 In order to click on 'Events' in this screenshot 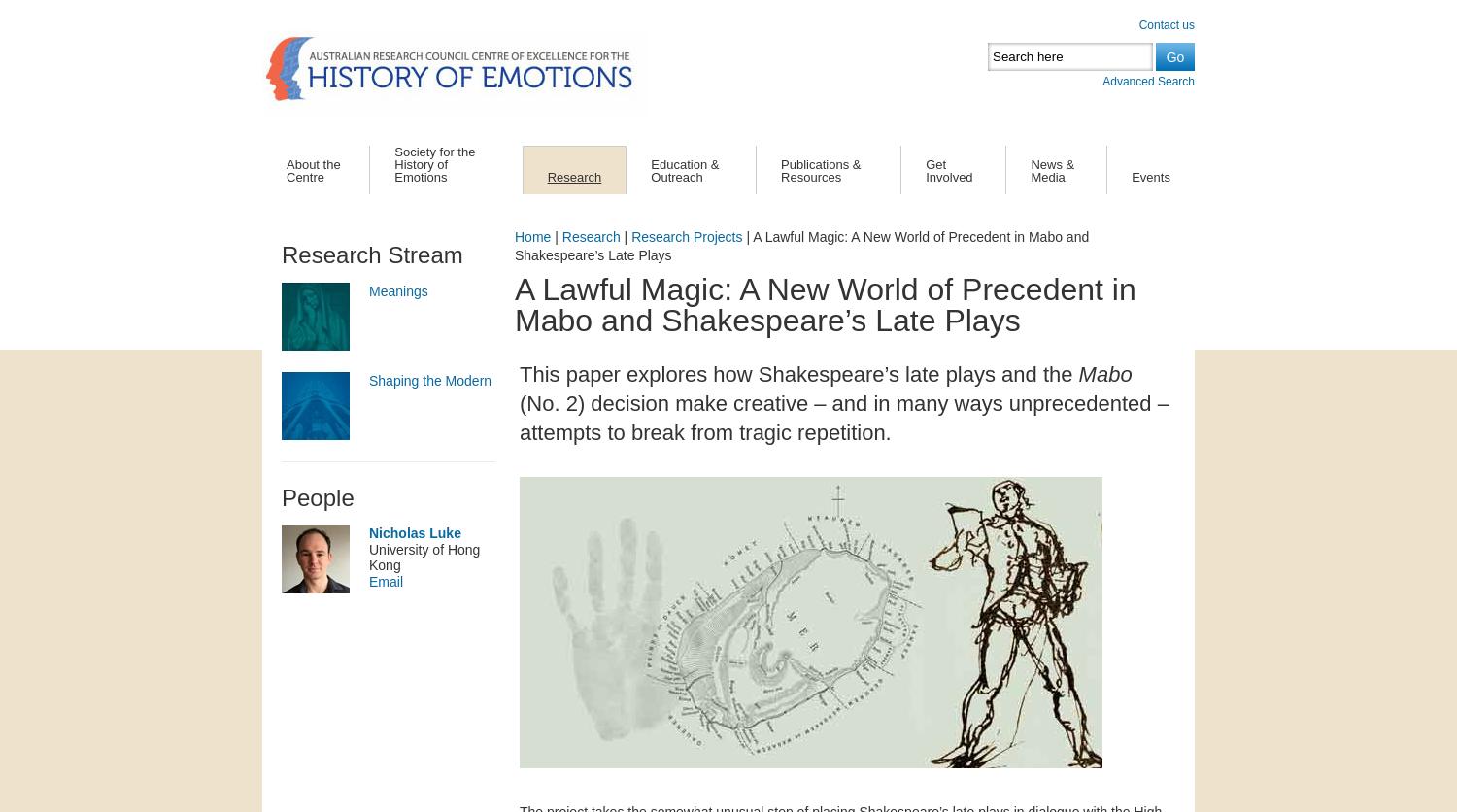, I will do `click(1150, 176)`.